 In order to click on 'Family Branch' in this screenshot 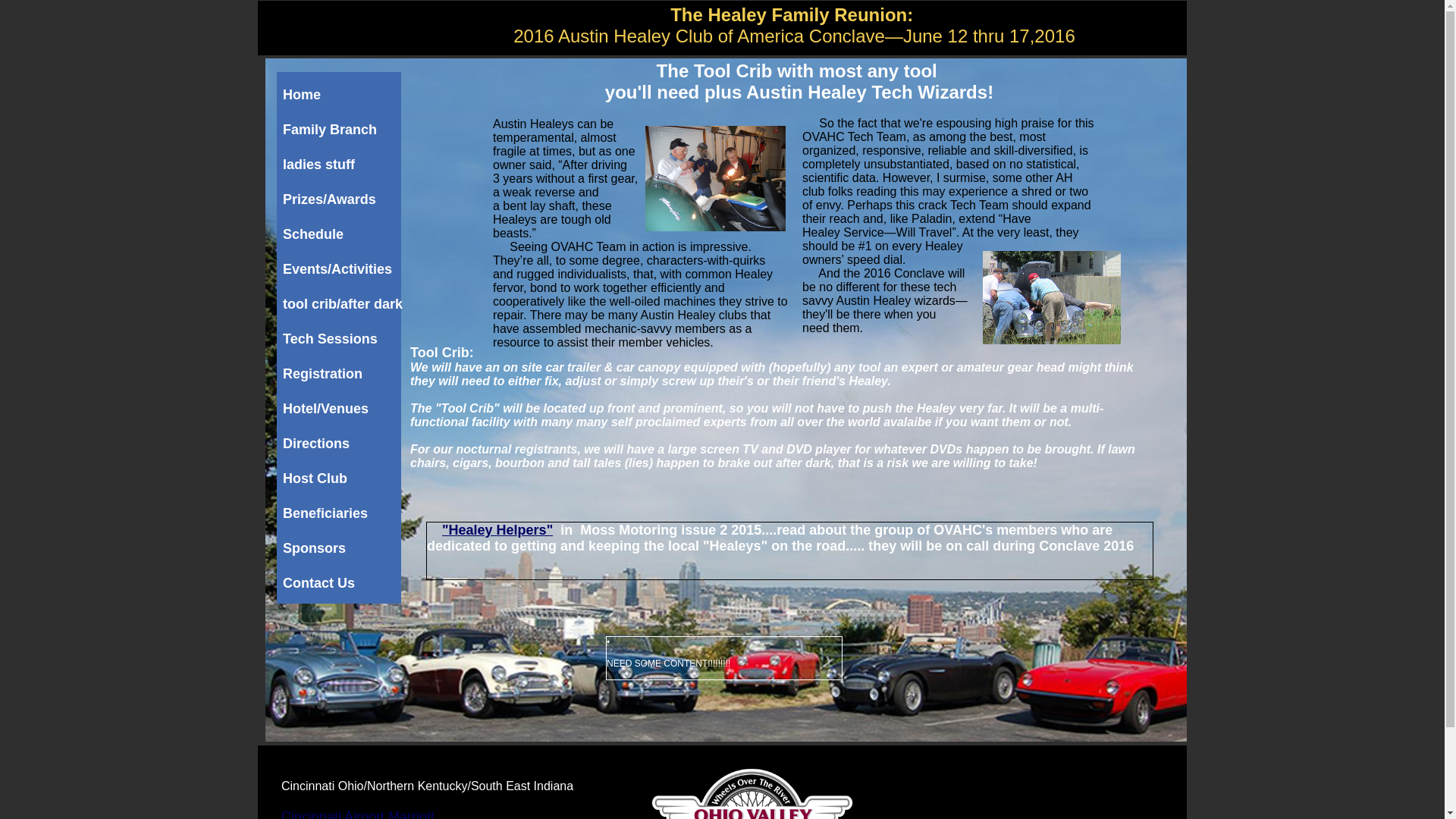, I will do `click(283, 130)`.